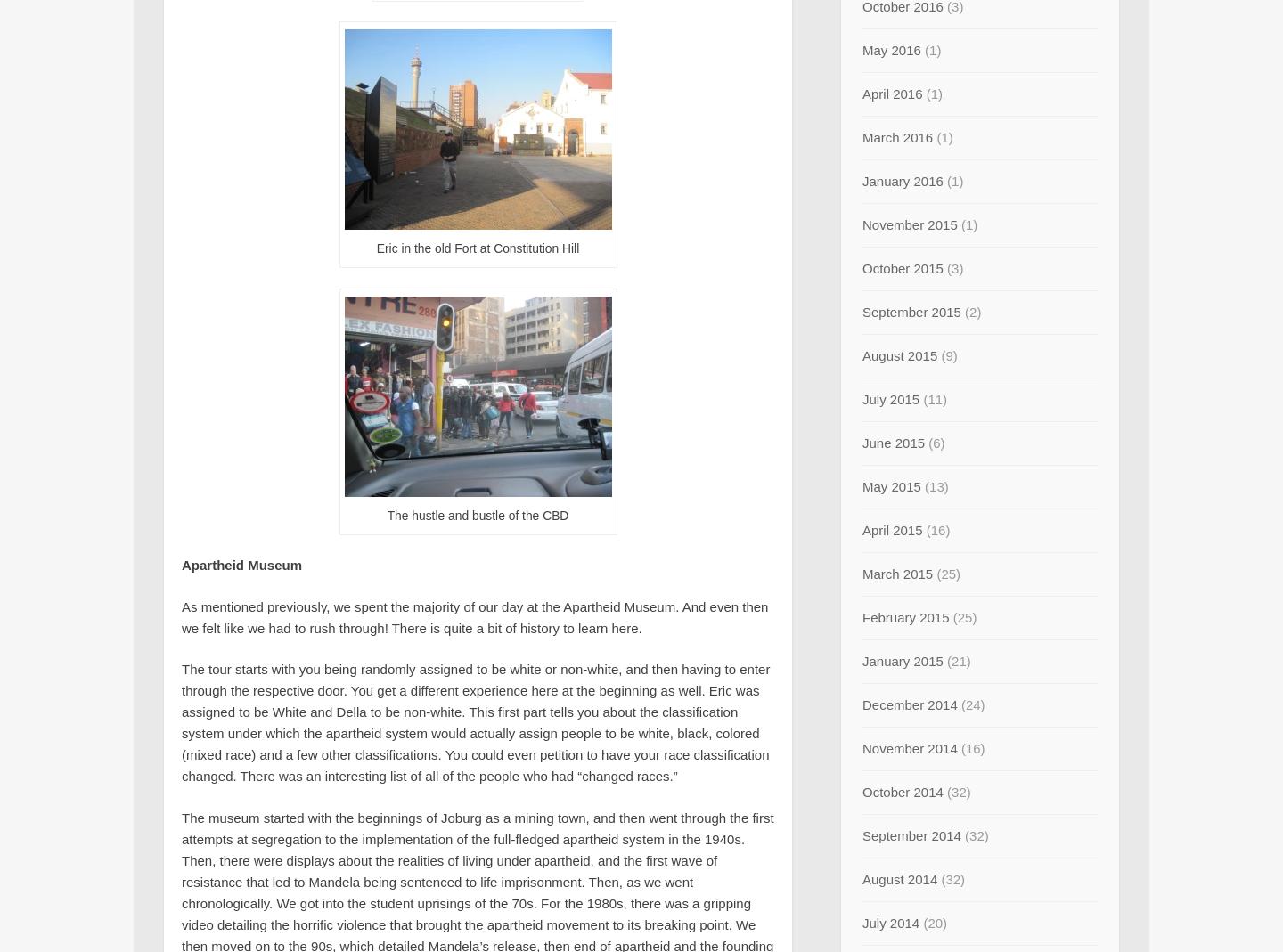 The image size is (1283, 952). Describe the element at coordinates (899, 355) in the screenshot. I see `'August 2015'` at that location.